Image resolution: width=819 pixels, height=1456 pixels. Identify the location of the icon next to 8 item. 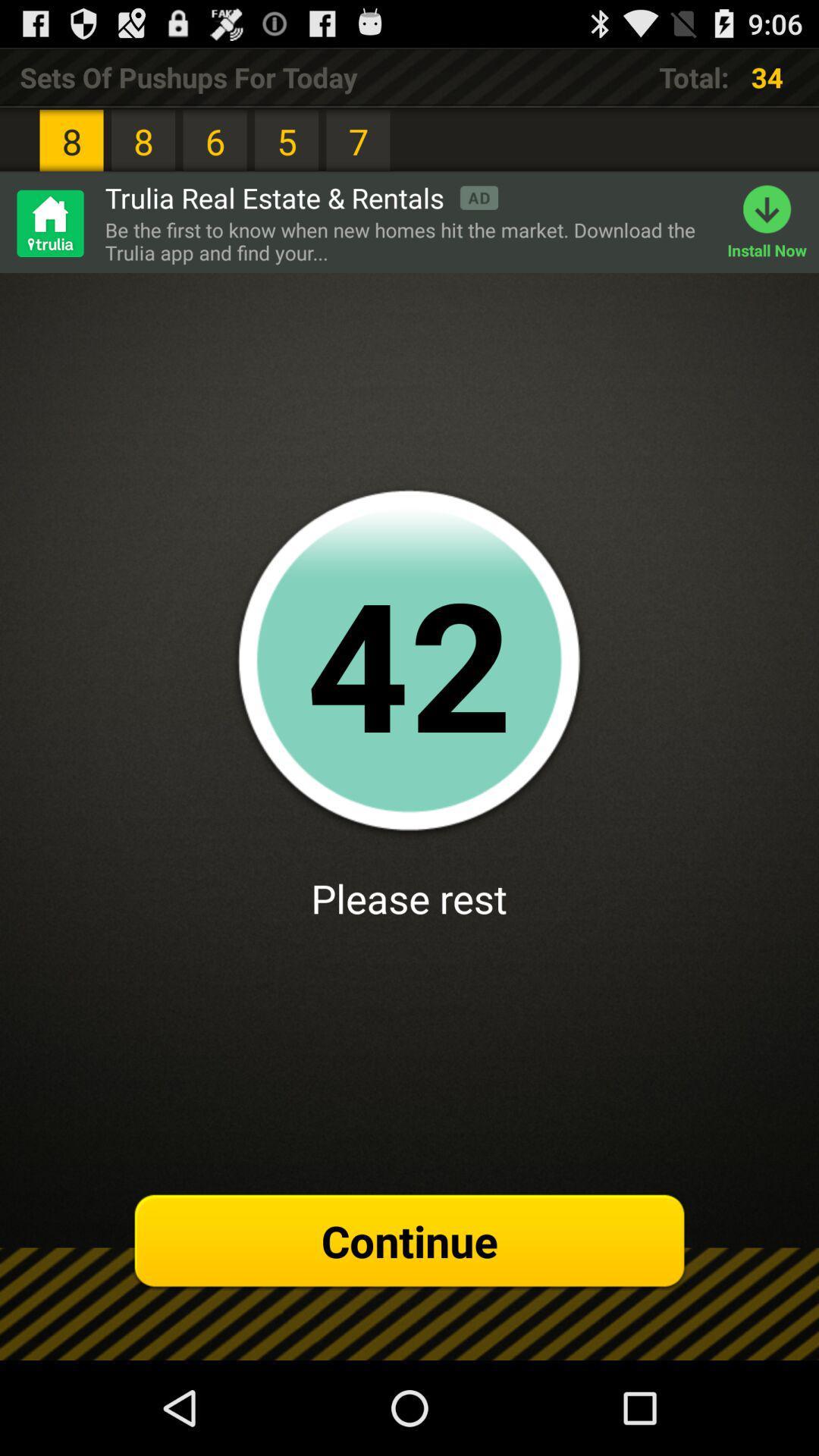
(301, 196).